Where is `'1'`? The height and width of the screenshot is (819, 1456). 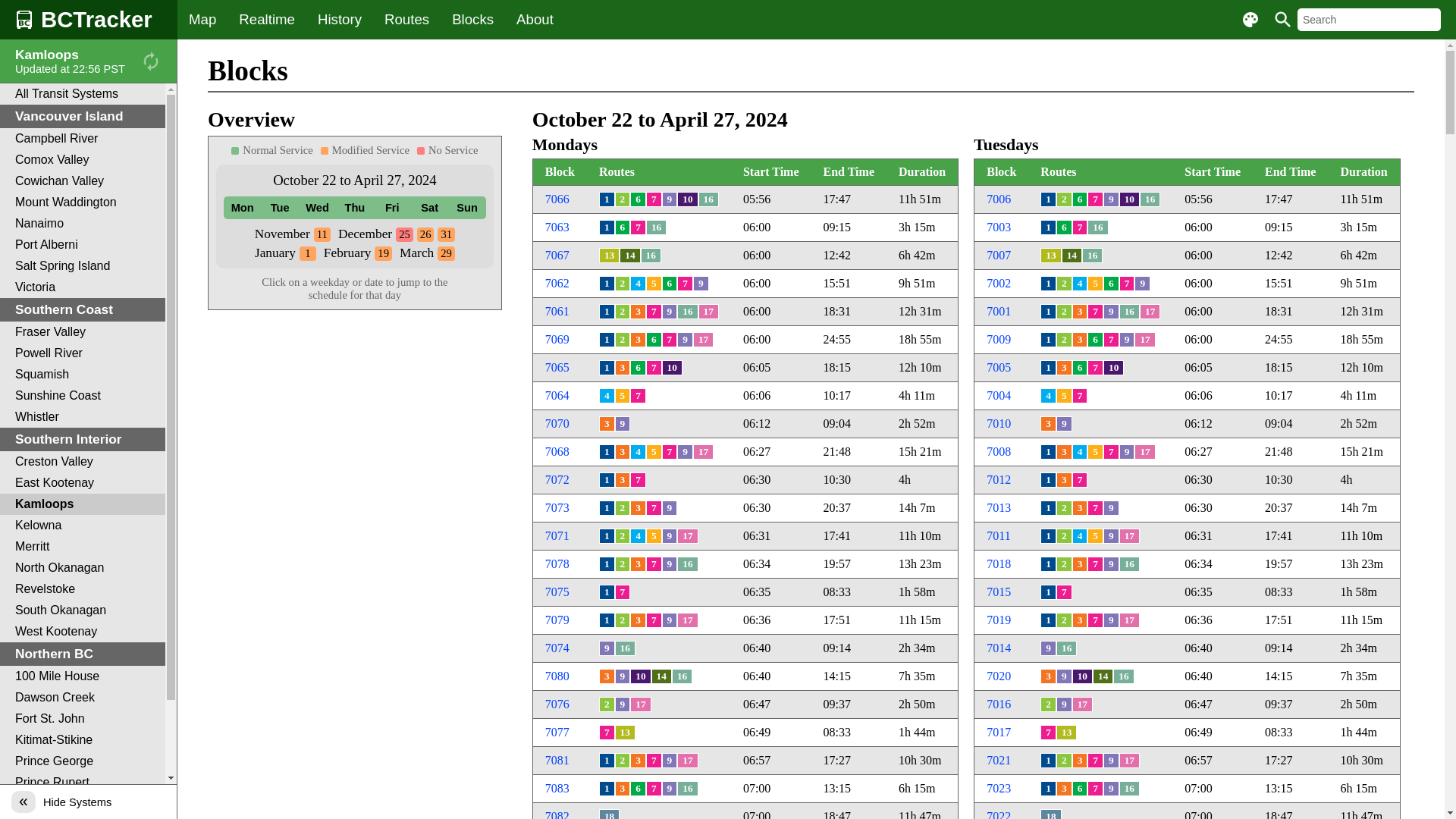
'1' is located at coordinates (1047, 508).